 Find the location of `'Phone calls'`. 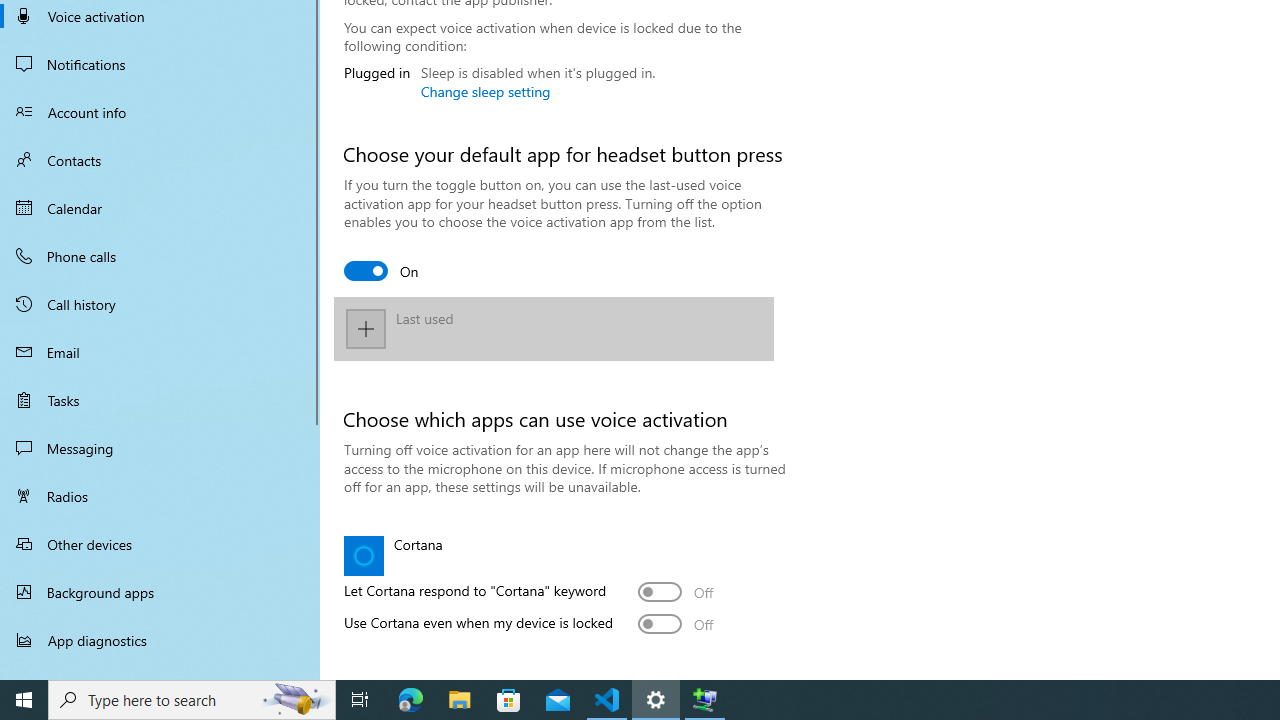

'Phone calls' is located at coordinates (160, 254).